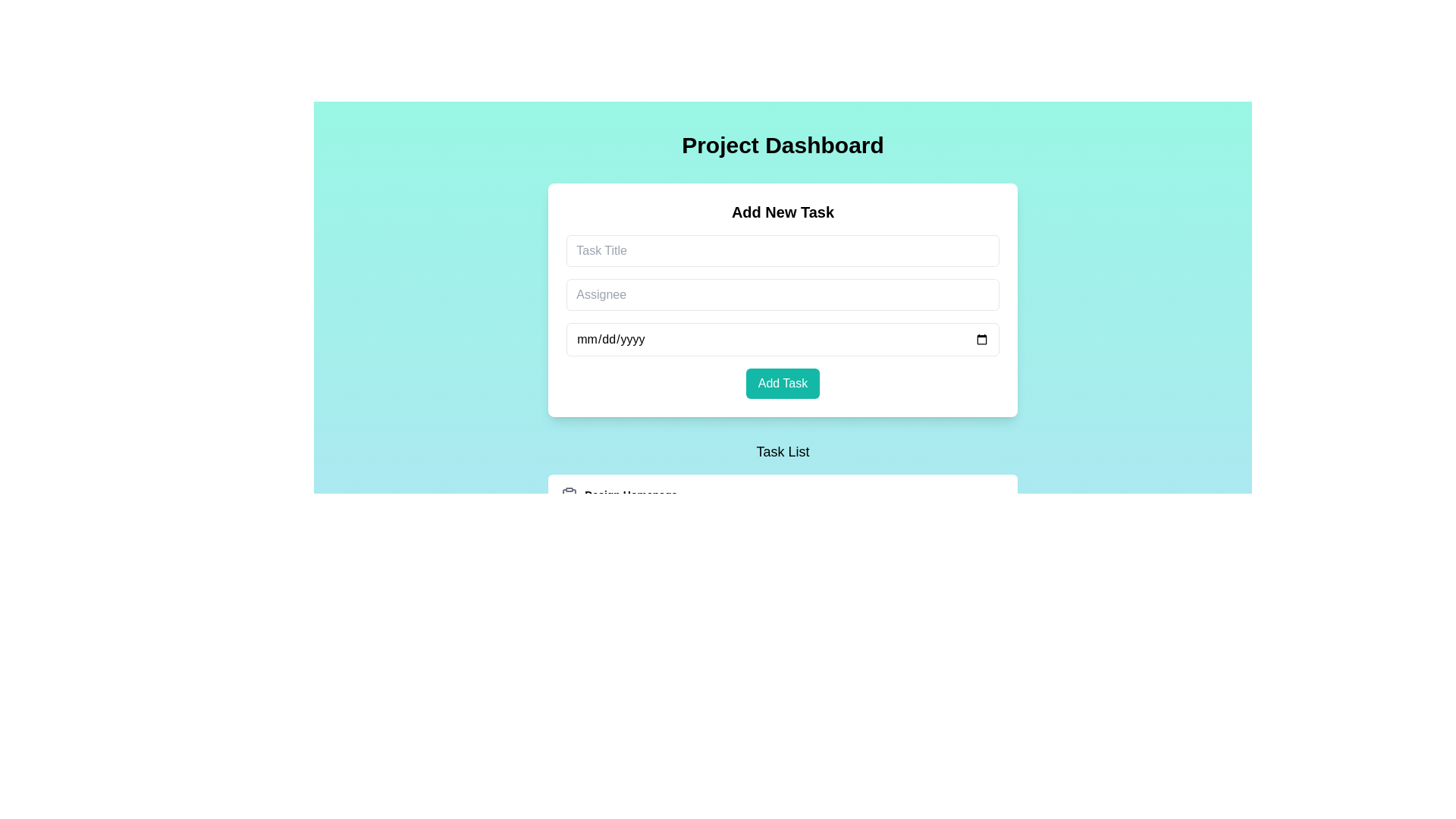 Image resolution: width=1456 pixels, height=819 pixels. I want to click on the clipboard icon, which is a monochromatic SVG element with rounded corners and positioned to the left of the 'Design Homepage' text in the lower part of the interface under the 'Task List' heading, so click(569, 496).